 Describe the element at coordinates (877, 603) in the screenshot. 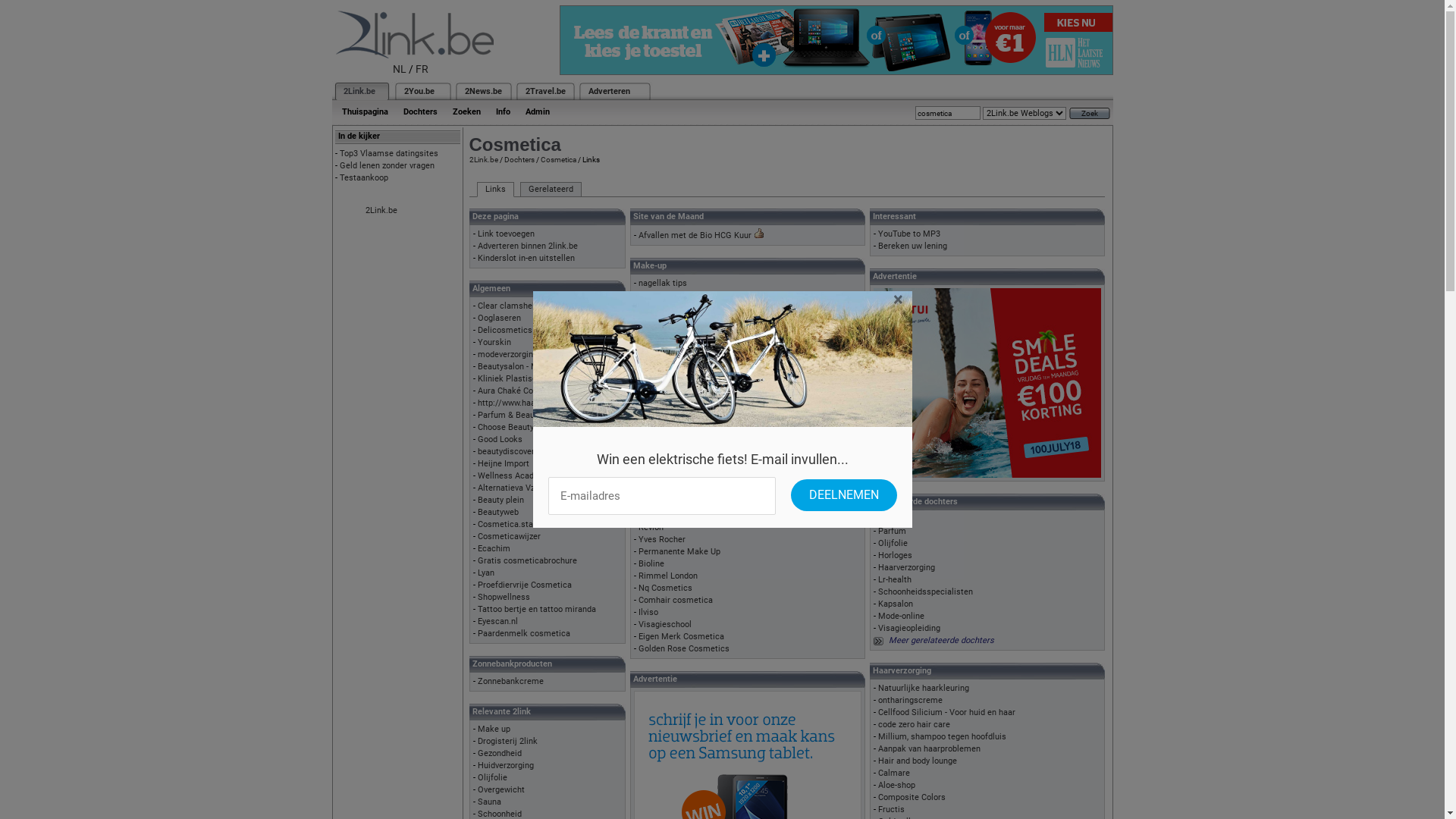

I see `'Kapsalon'` at that location.